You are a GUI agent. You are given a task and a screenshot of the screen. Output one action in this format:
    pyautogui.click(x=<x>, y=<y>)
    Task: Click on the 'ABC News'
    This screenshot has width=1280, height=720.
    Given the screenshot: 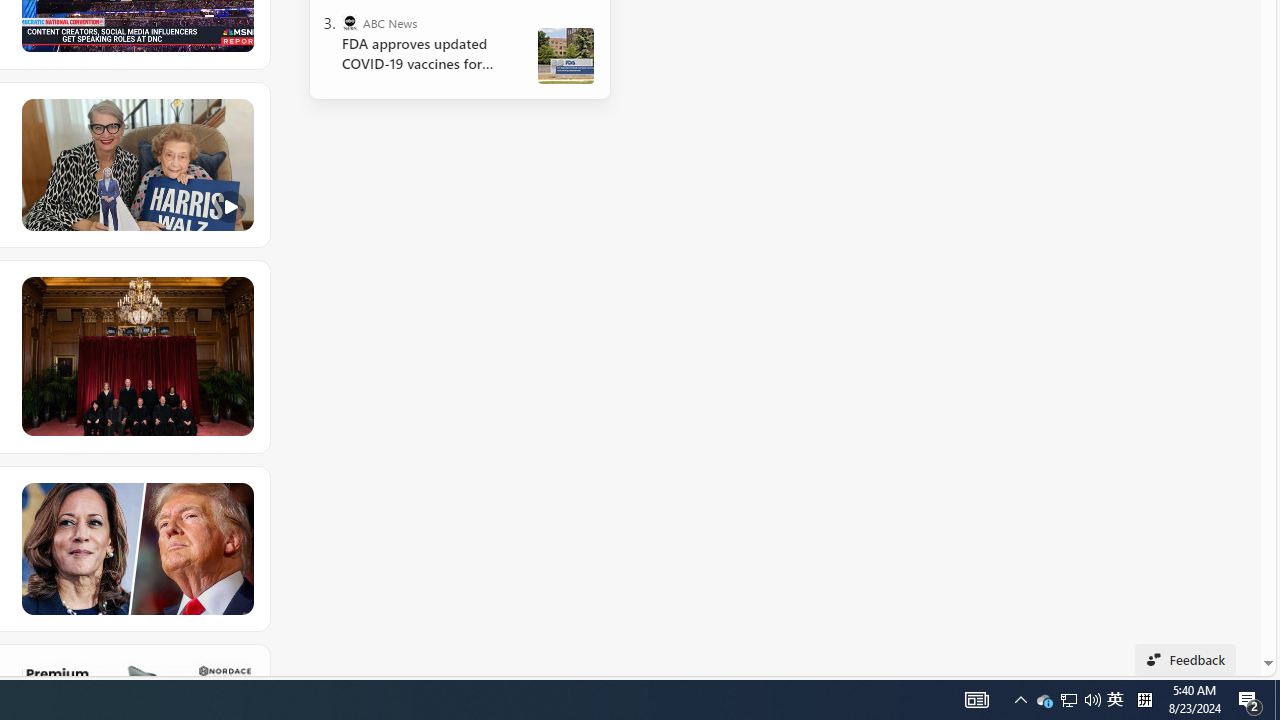 What is the action you would take?
    pyautogui.click(x=350, y=23)
    